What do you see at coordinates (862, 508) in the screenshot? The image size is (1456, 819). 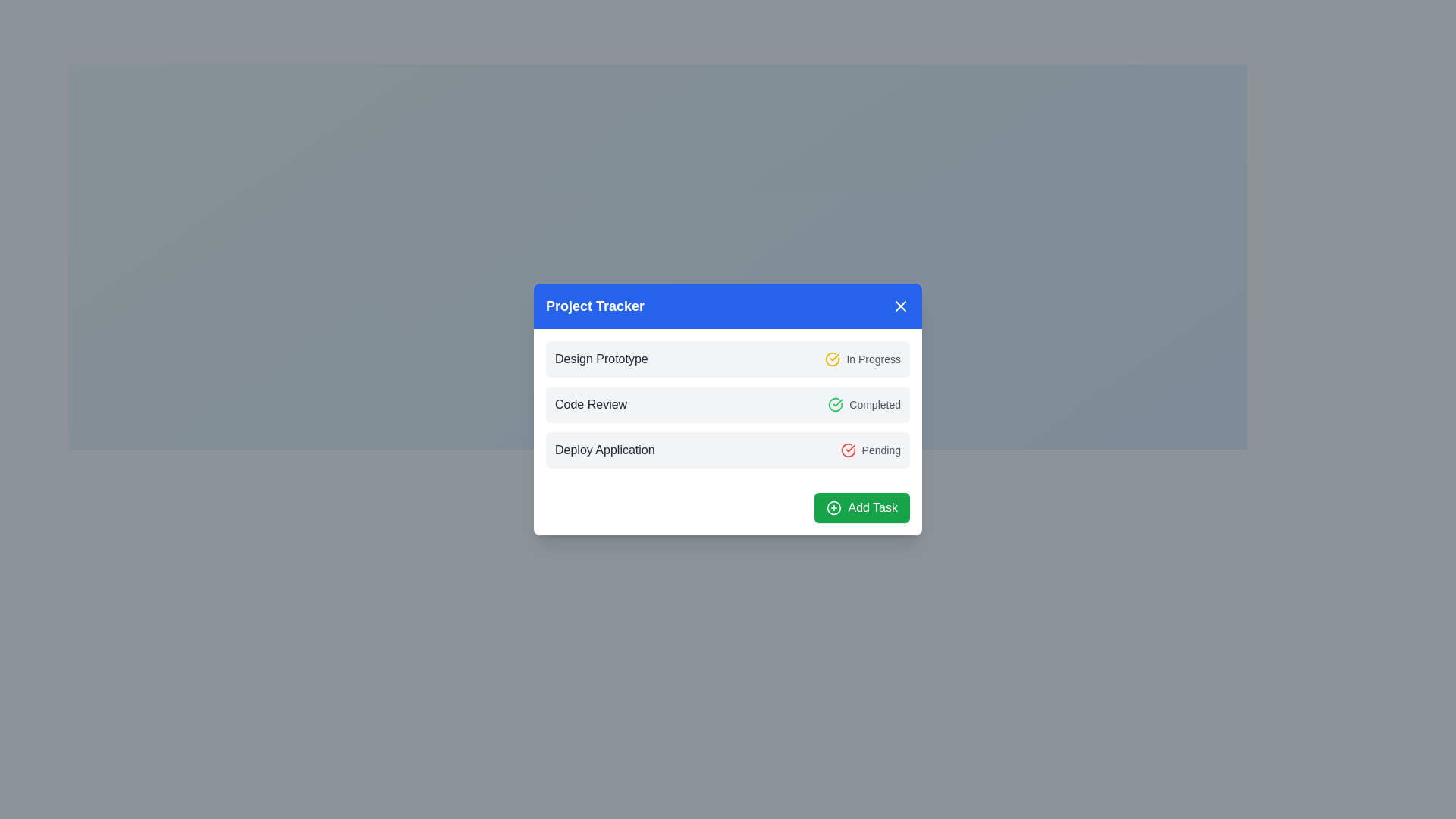 I see `the 'Add Task' button` at bounding box center [862, 508].